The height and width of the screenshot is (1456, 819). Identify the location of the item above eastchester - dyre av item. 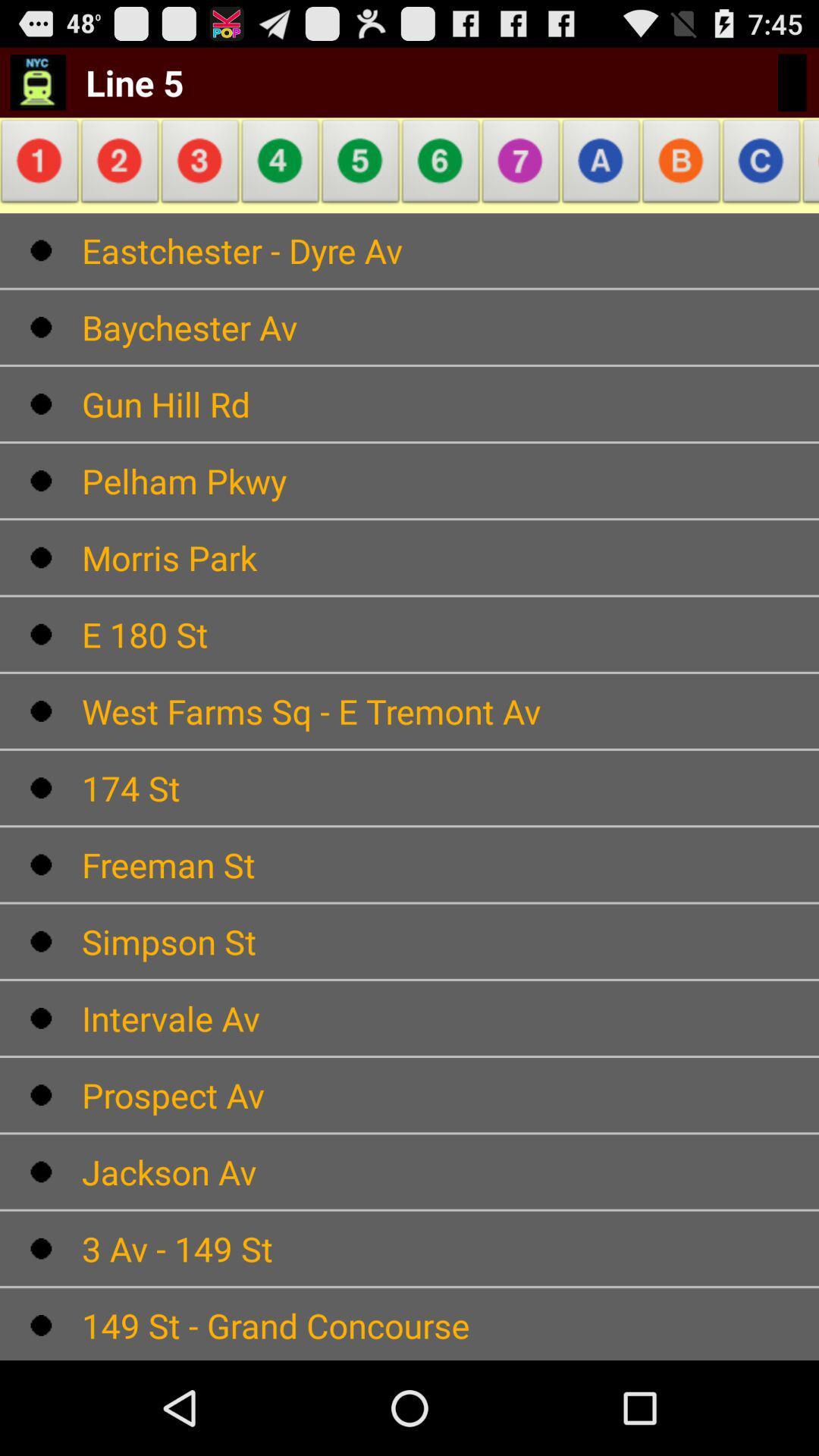
(360, 165).